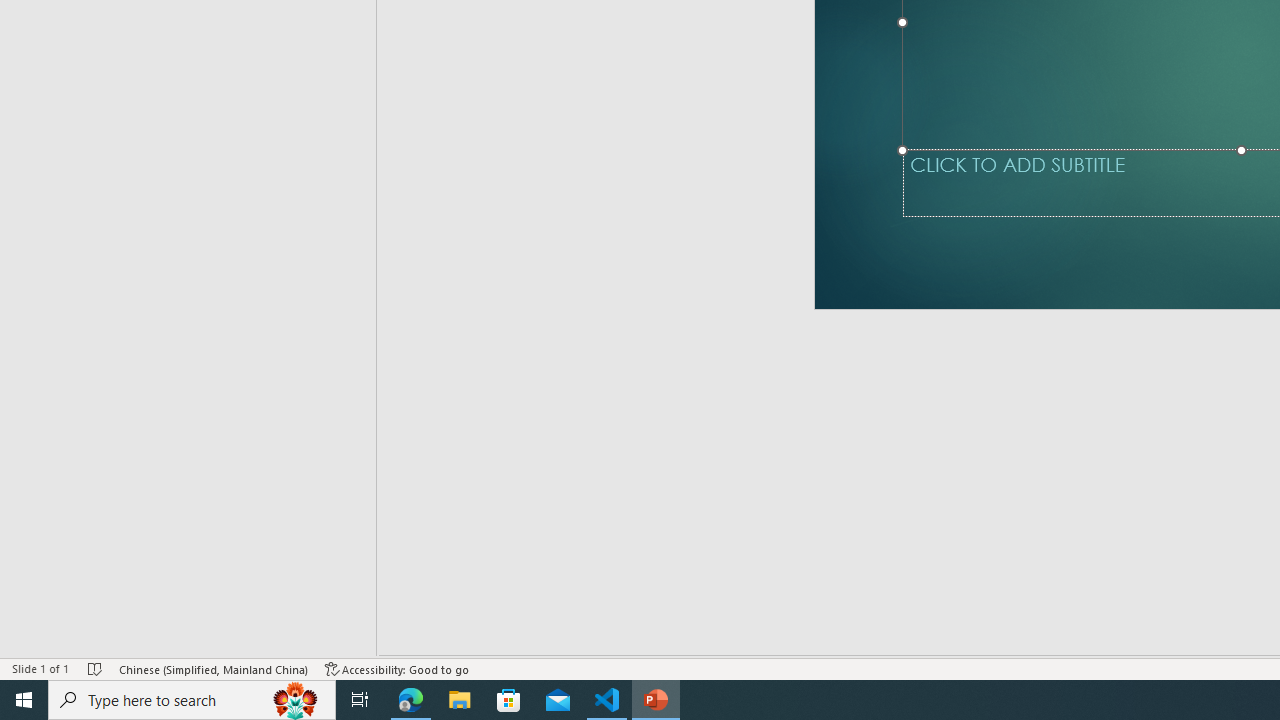 The width and height of the screenshot is (1280, 720). Describe the element at coordinates (359, 698) in the screenshot. I see `'Task View'` at that location.